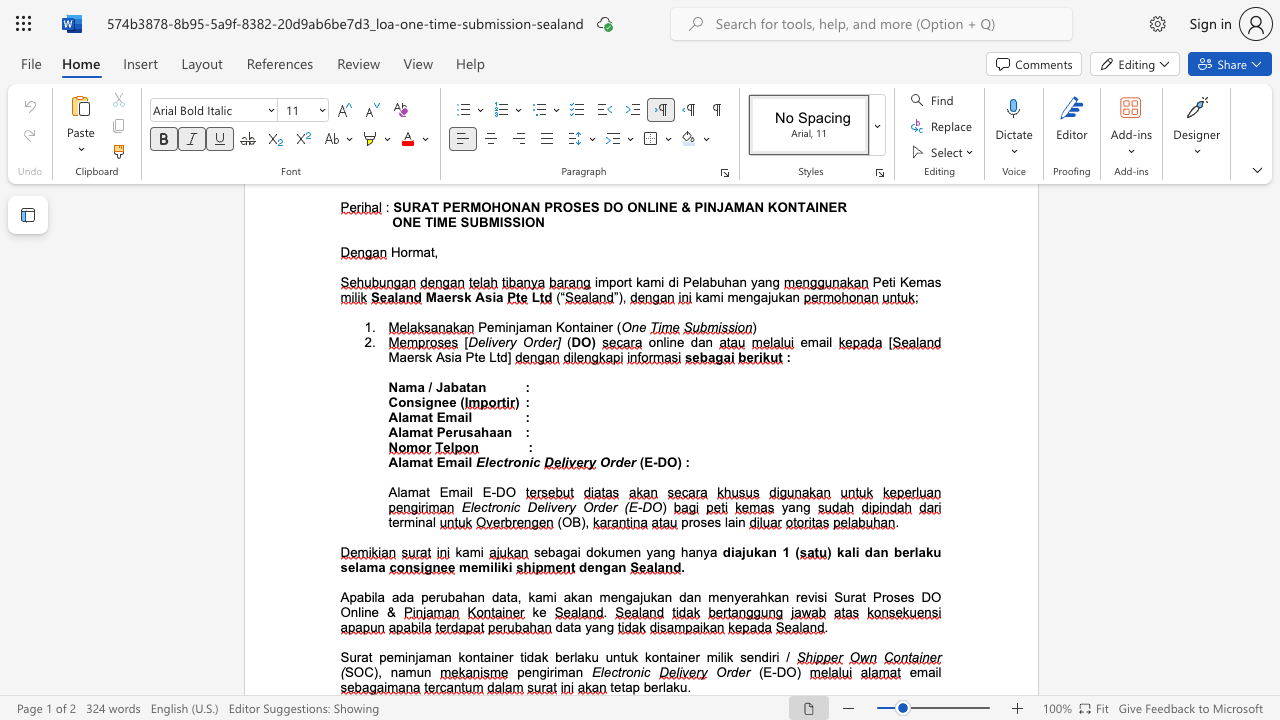  Describe the element at coordinates (679, 686) in the screenshot. I see `the subset text "u." within the text "tetap berlaku."` at that location.